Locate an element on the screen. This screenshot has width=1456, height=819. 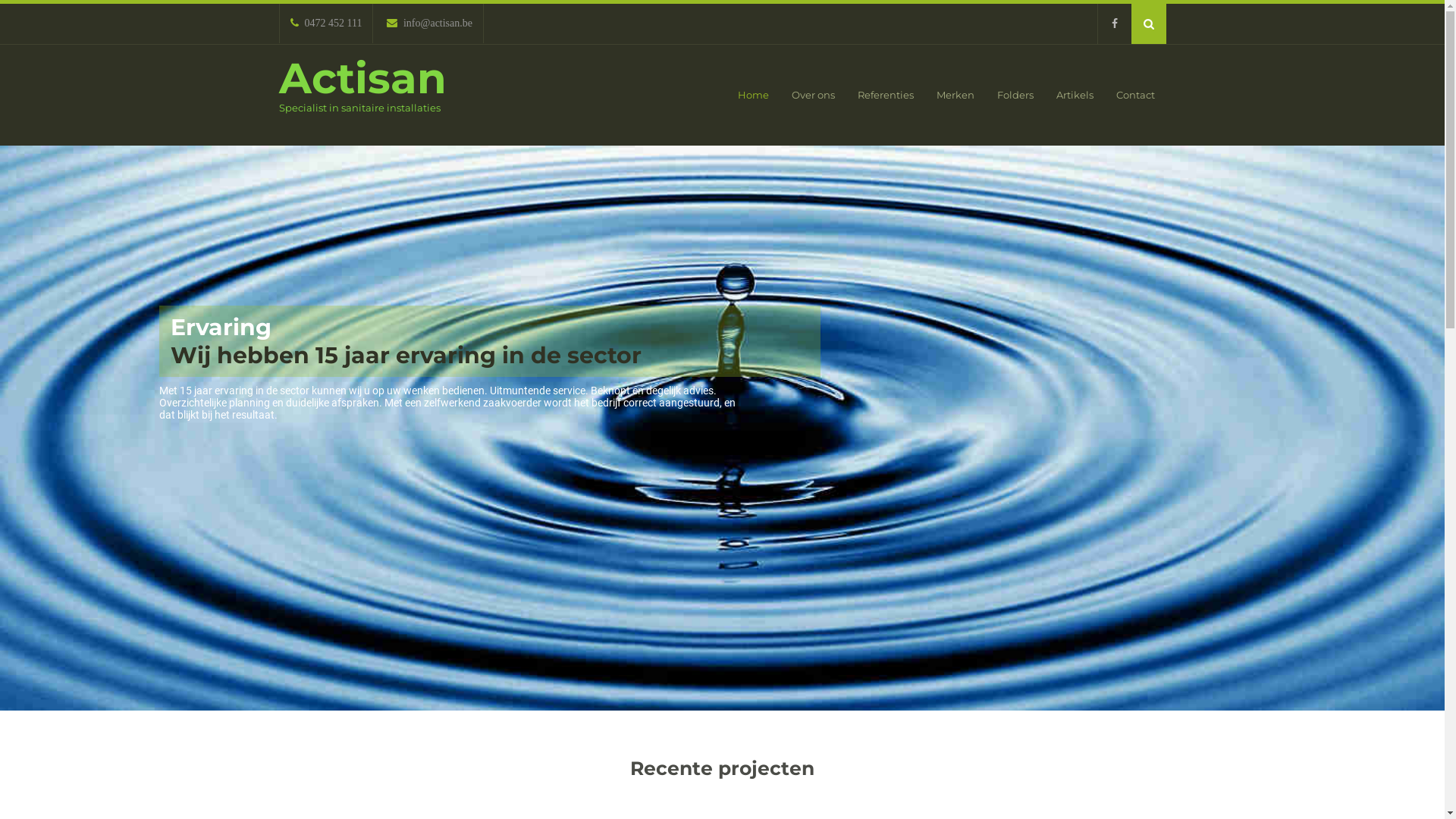
'facebook' is located at coordinates (1113, 24).